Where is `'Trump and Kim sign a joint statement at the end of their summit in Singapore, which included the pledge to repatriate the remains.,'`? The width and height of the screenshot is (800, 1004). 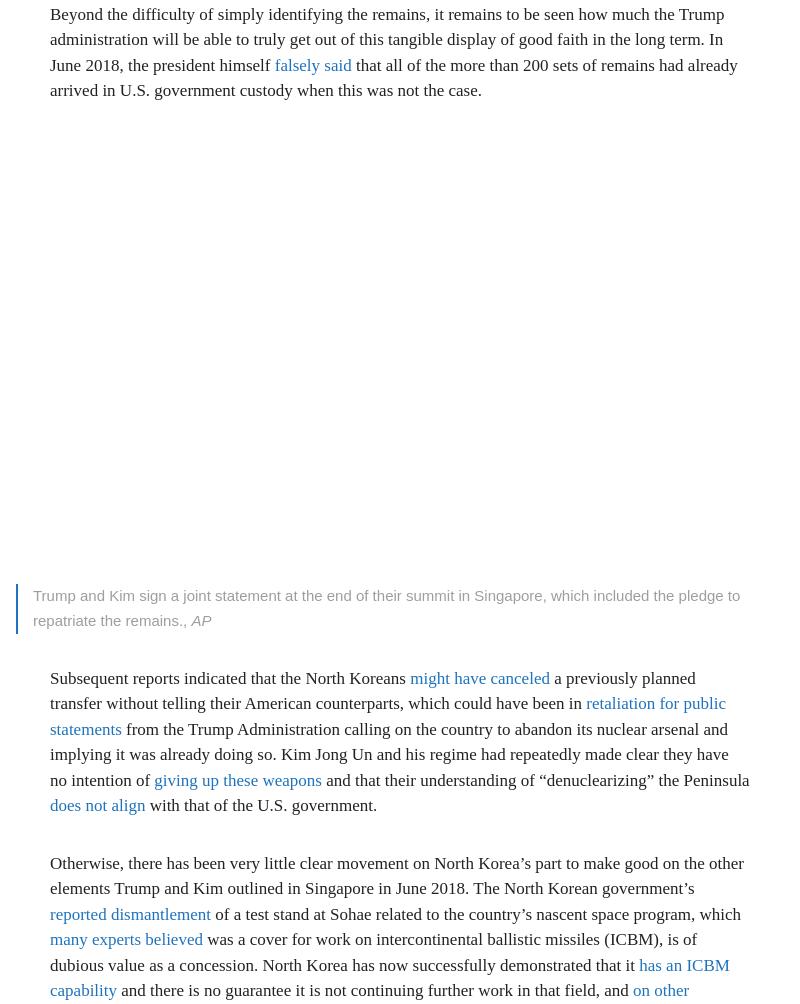 'Trump and Kim sign a joint statement at the end of their summit in Singapore, which included the pledge to repatriate the remains.,' is located at coordinates (385, 607).